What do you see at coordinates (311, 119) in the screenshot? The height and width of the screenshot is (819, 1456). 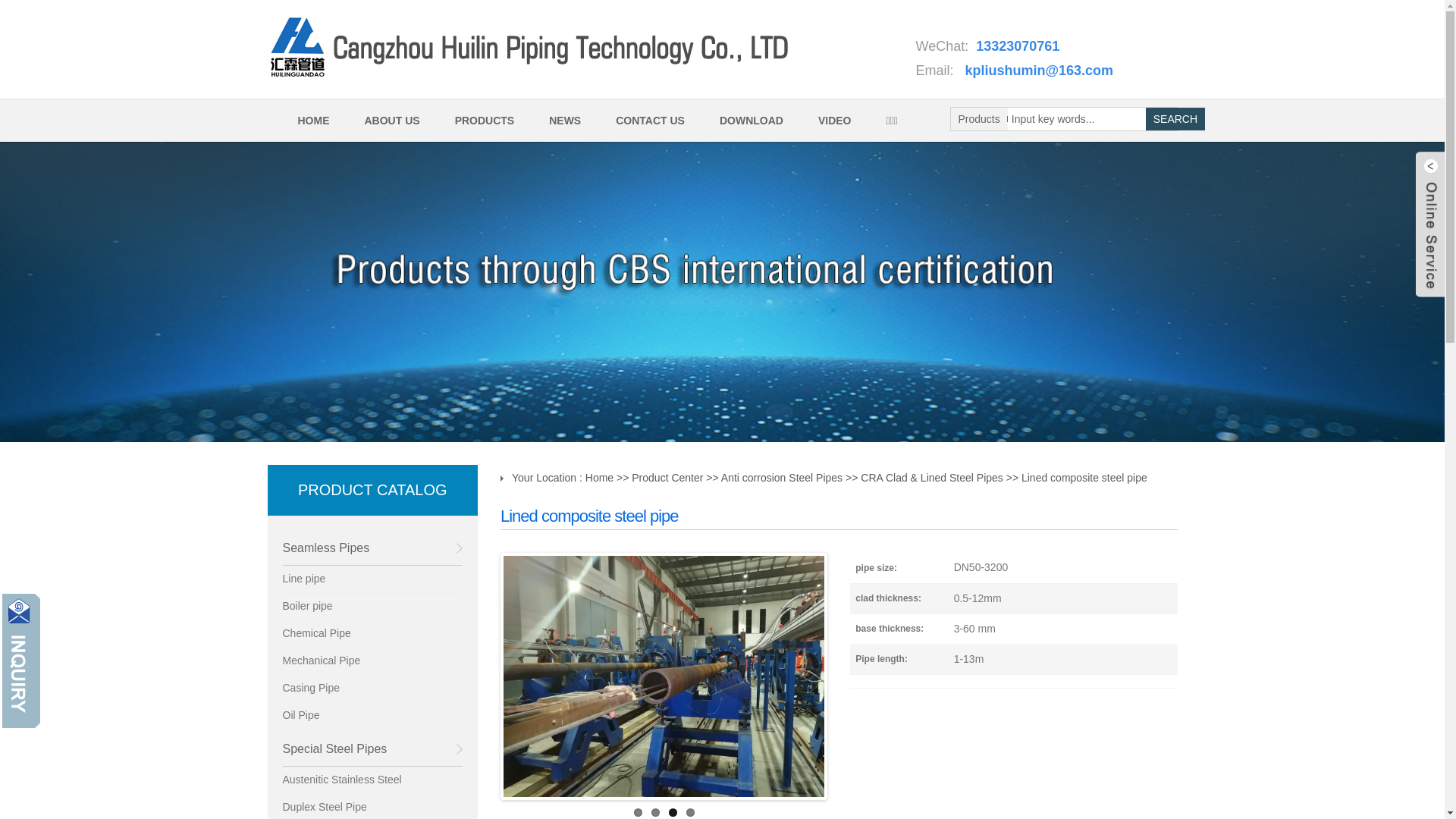 I see `'HOME'` at bounding box center [311, 119].